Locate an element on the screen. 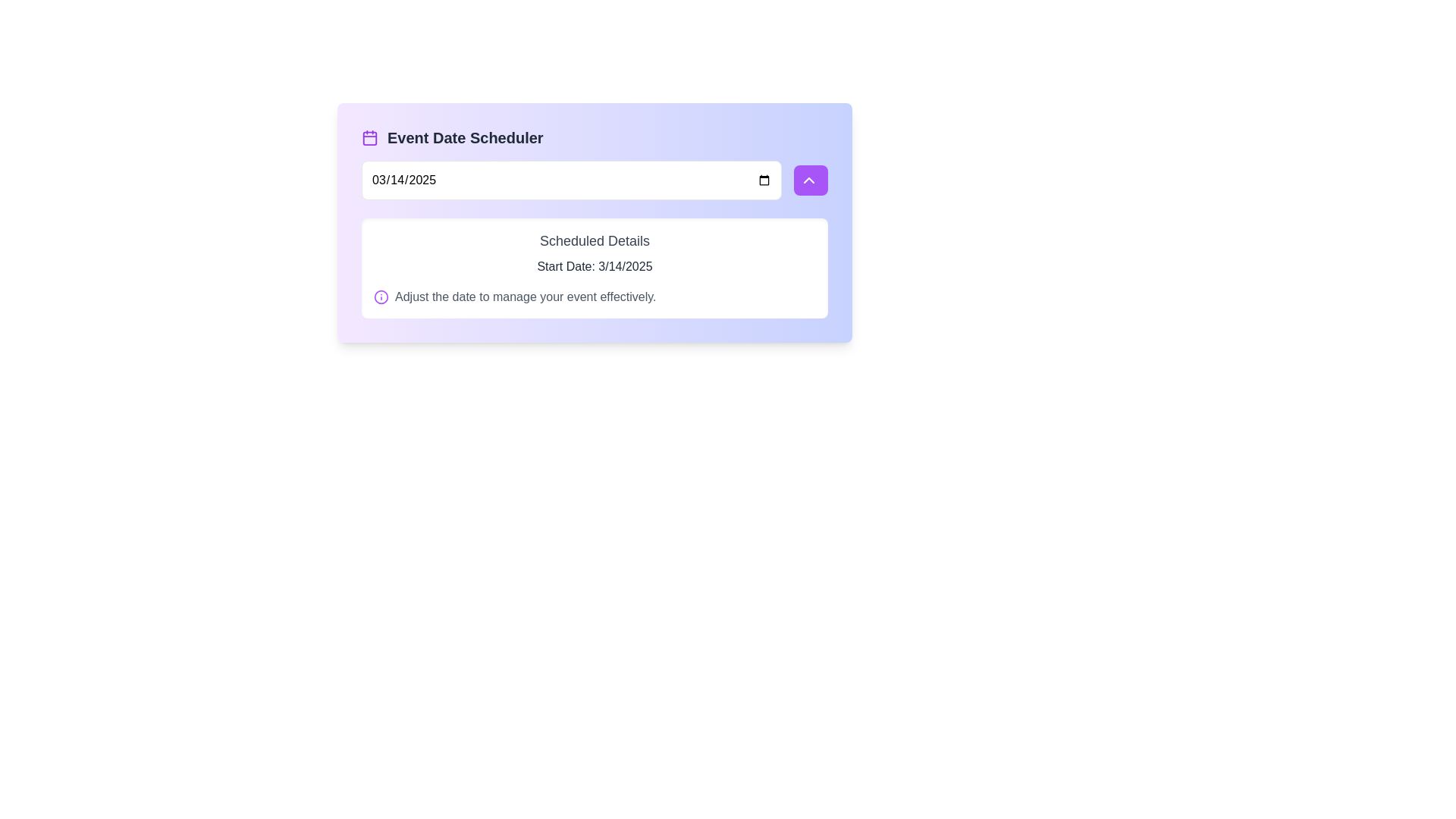 The image size is (1456, 819). the button with a purple background and rounded corners, which contains a white upward-pointing chevron icon is located at coordinates (810, 180).